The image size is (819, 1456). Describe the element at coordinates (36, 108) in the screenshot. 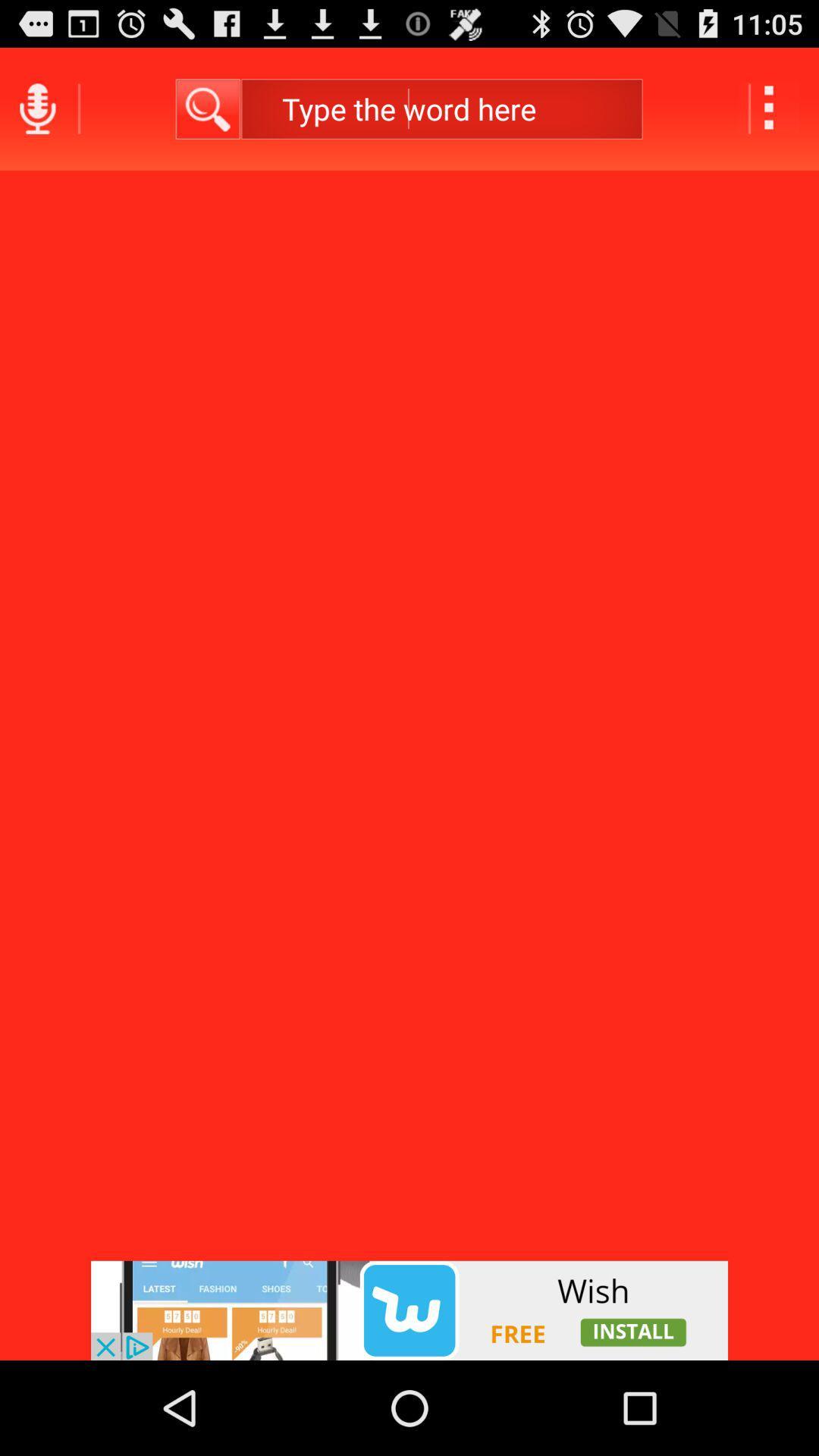

I see `speaker` at that location.